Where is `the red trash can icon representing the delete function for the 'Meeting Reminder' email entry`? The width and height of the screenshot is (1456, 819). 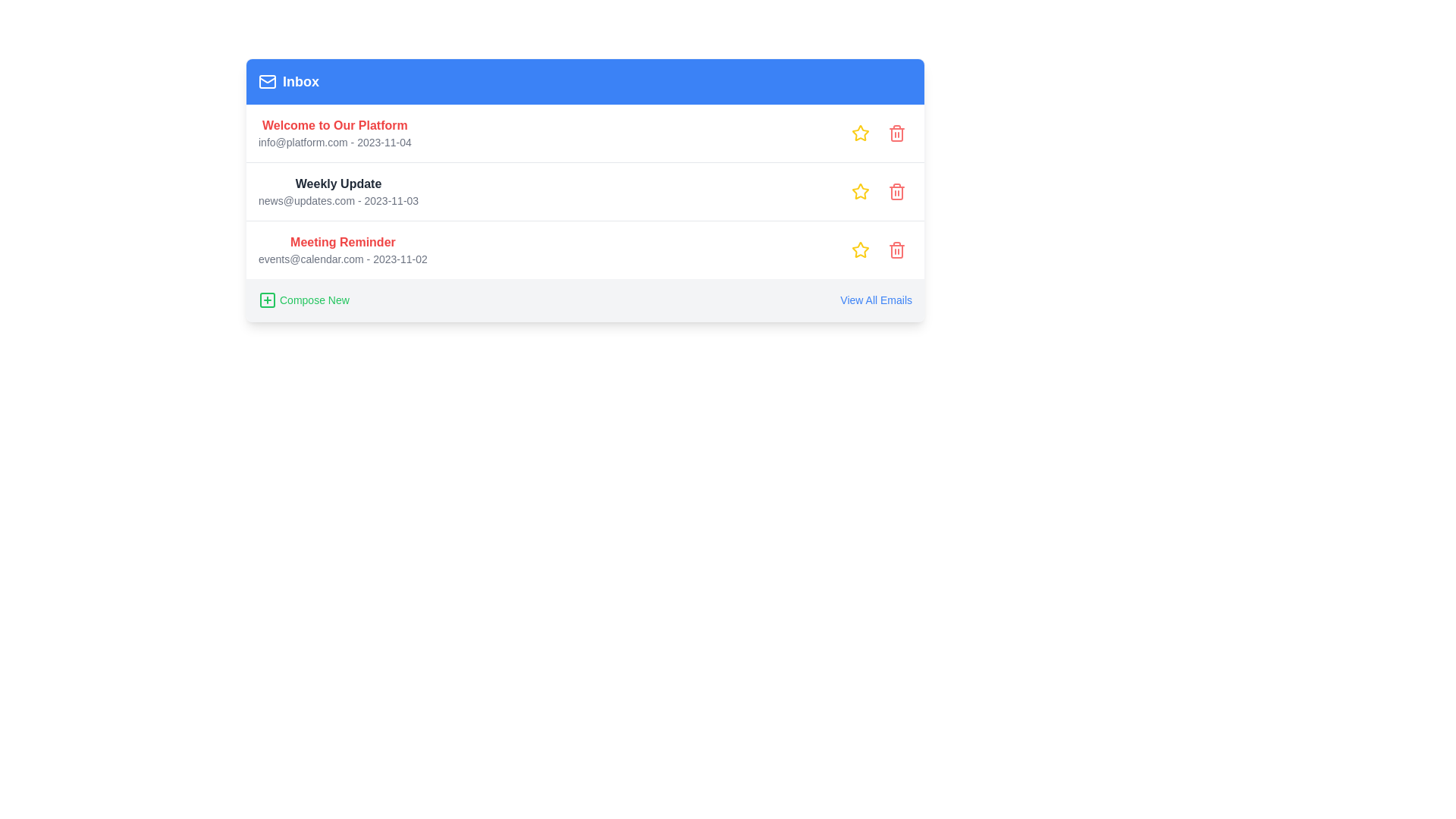 the red trash can icon representing the delete function for the 'Meeting Reminder' email entry is located at coordinates (896, 249).